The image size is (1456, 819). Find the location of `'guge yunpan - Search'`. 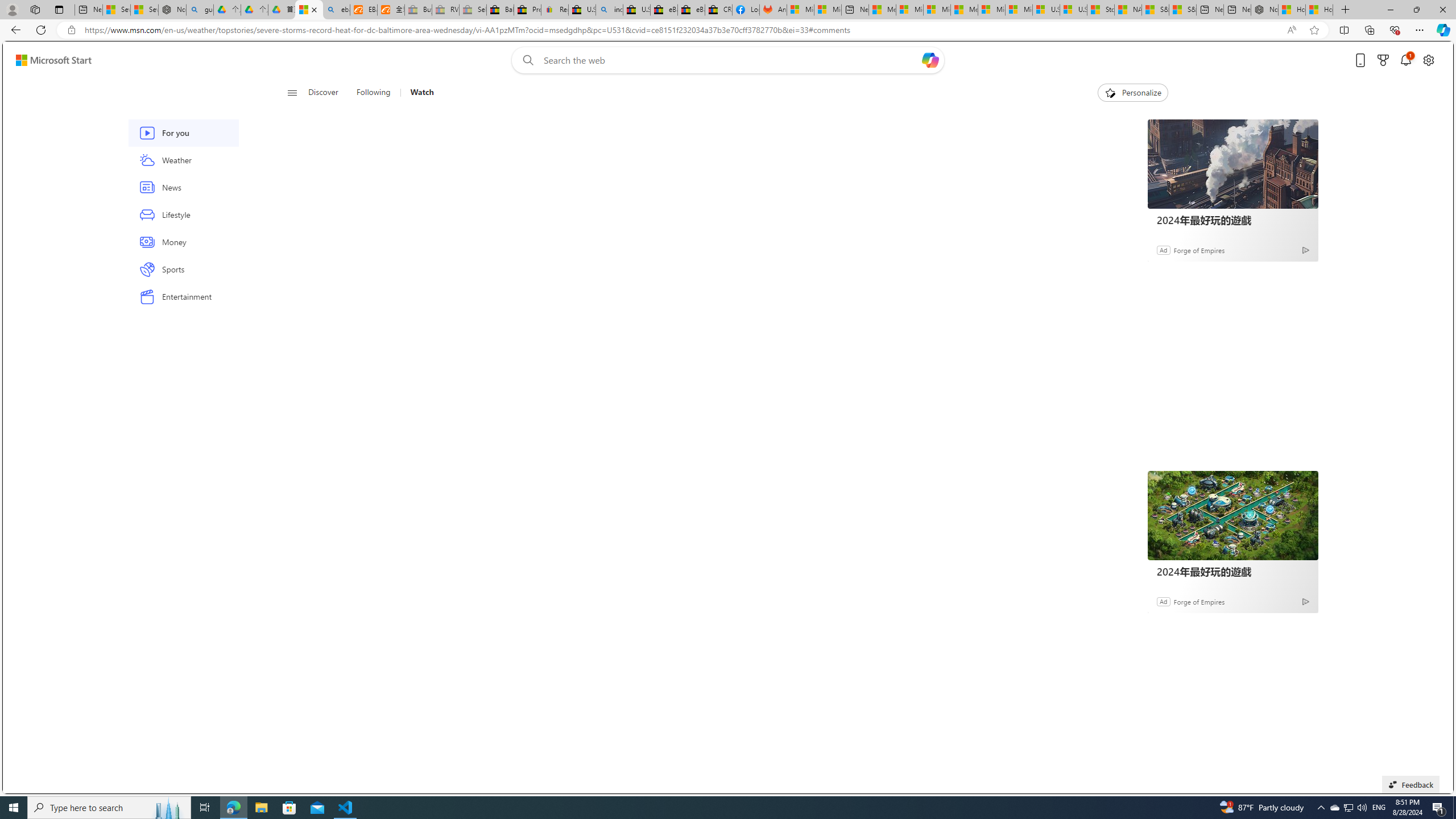

'guge yunpan - Search' is located at coordinates (200, 9).